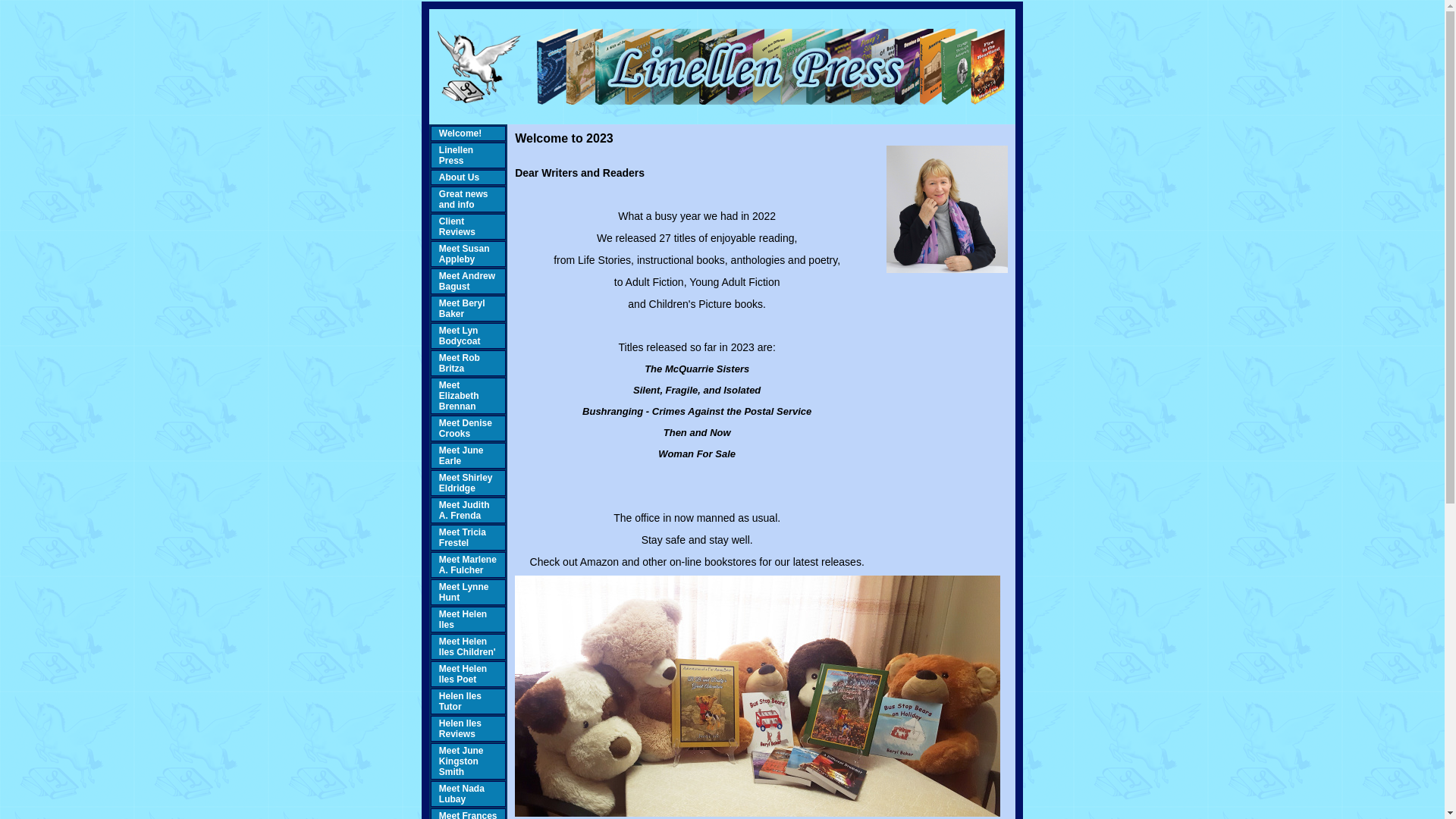 Image resolution: width=1456 pixels, height=819 pixels. I want to click on 'Meet Susan Appleby', so click(463, 253).